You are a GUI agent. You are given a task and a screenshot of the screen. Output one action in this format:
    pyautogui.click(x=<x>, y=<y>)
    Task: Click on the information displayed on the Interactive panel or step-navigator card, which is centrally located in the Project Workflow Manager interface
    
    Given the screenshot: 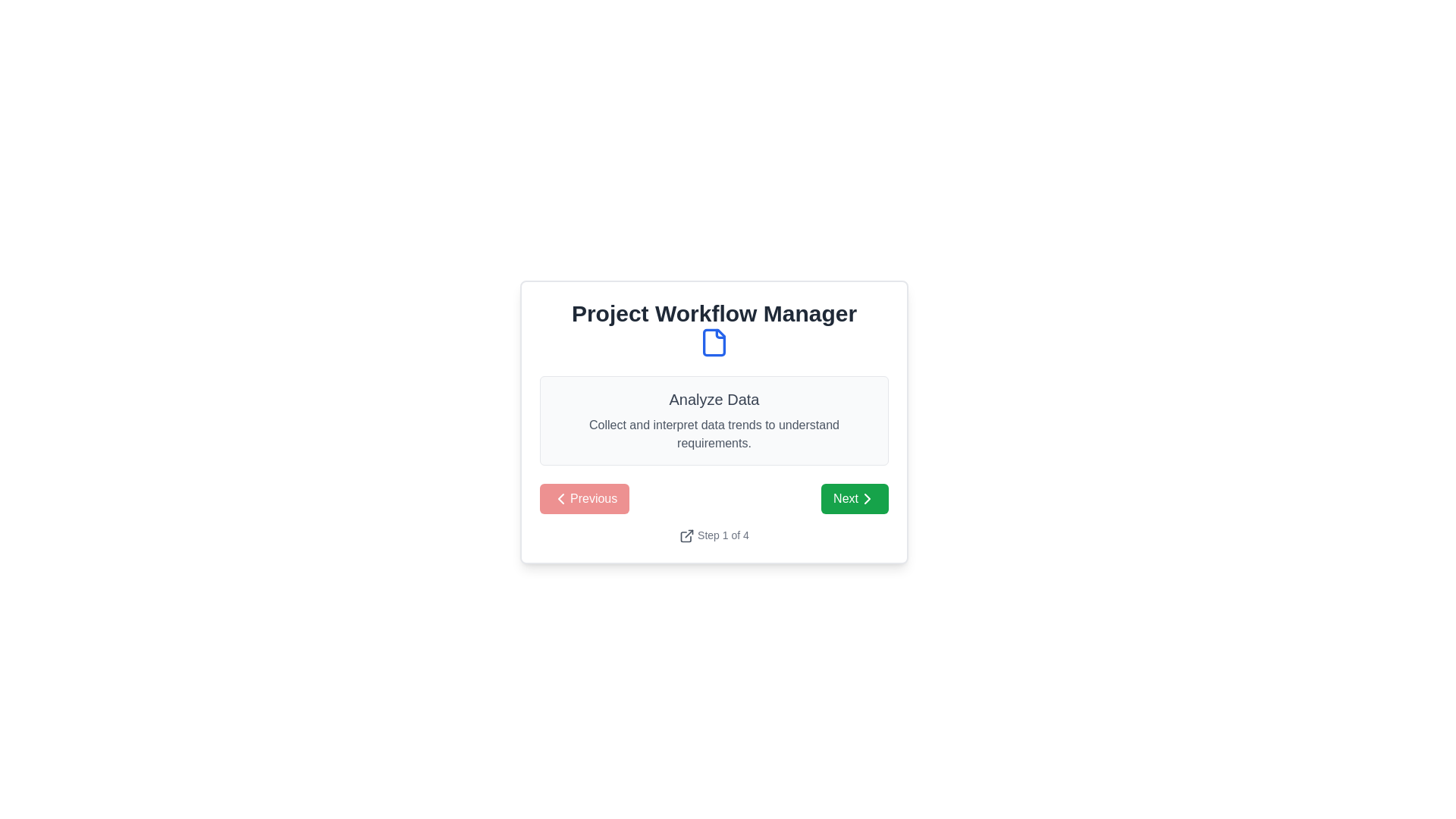 What is the action you would take?
    pyautogui.click(x=713, y=422)
    